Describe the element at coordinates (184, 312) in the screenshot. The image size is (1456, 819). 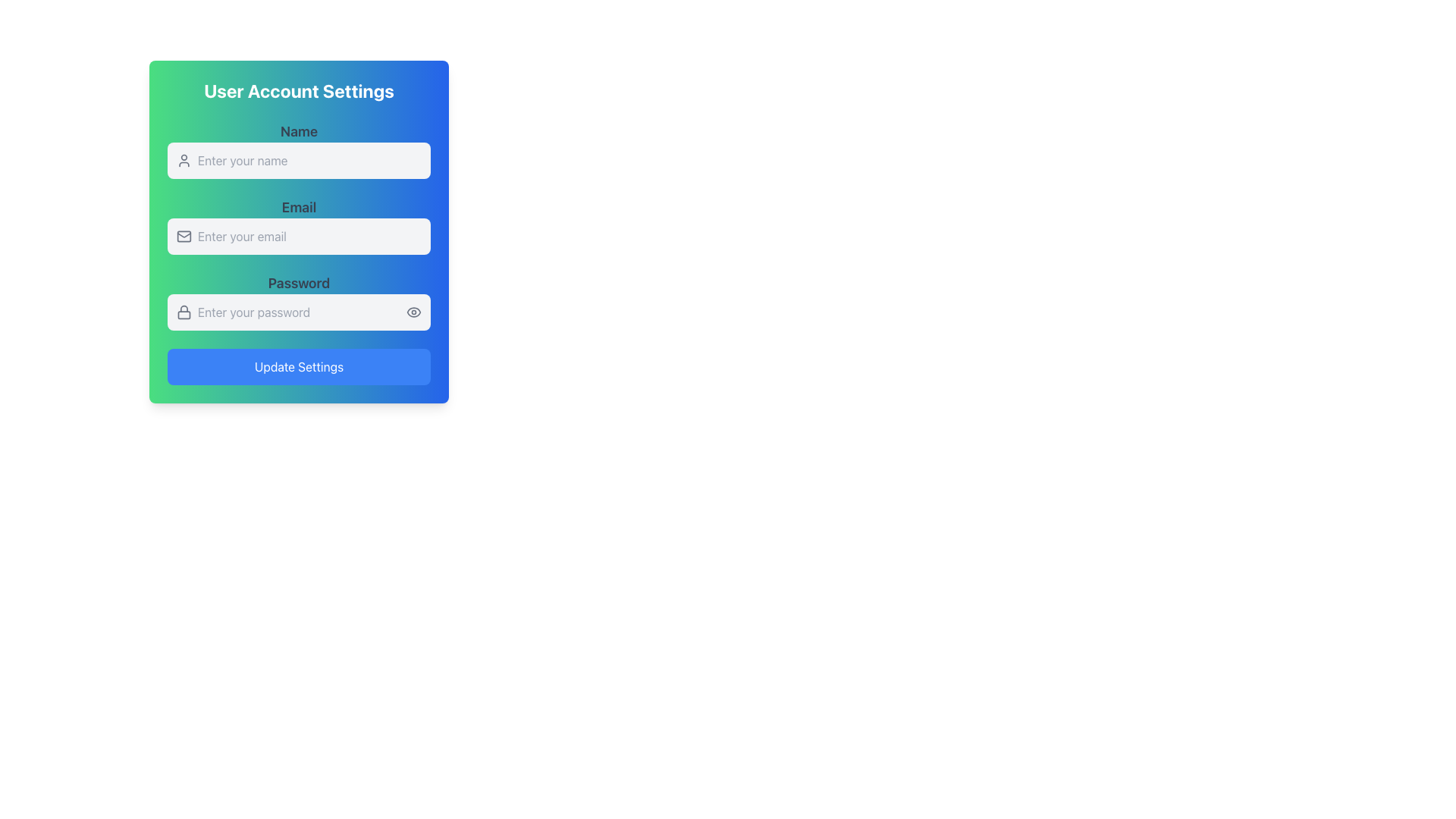
I see `the minimalist gray lock icon located to the left of the password input field in the user account settings form` at that location.